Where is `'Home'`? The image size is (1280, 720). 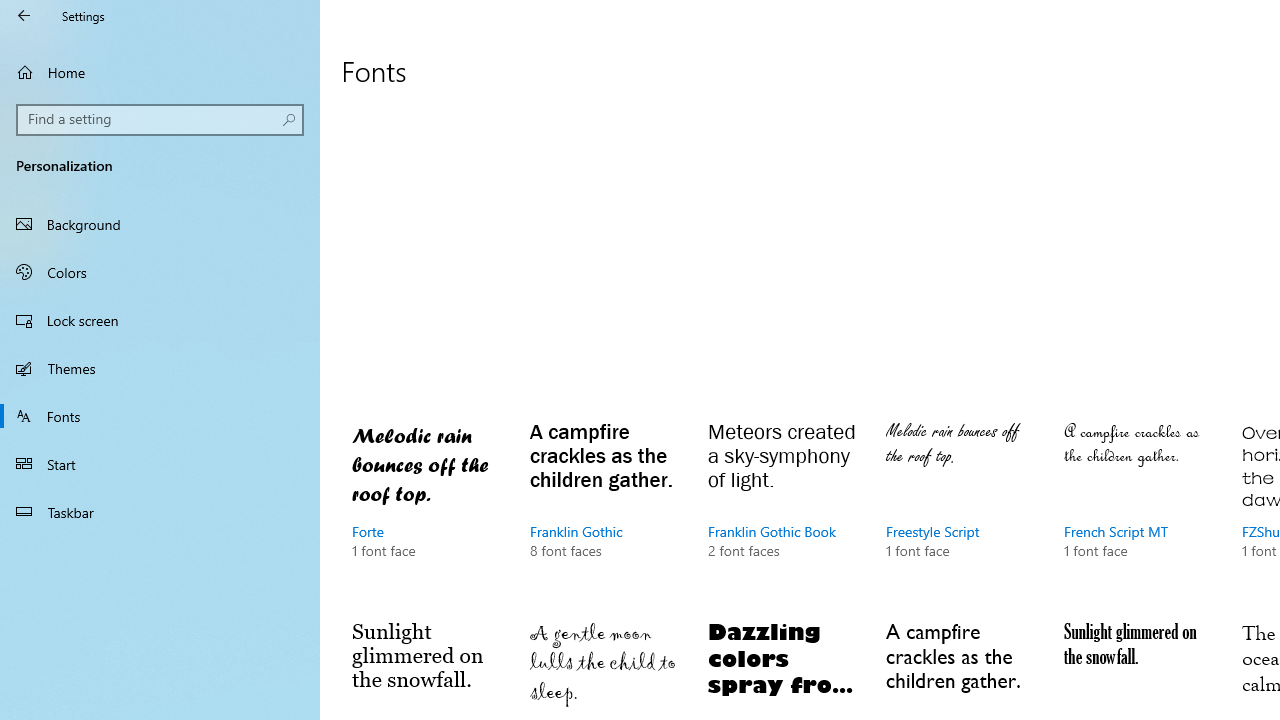 'Home' is located at coordinates (160, 71).